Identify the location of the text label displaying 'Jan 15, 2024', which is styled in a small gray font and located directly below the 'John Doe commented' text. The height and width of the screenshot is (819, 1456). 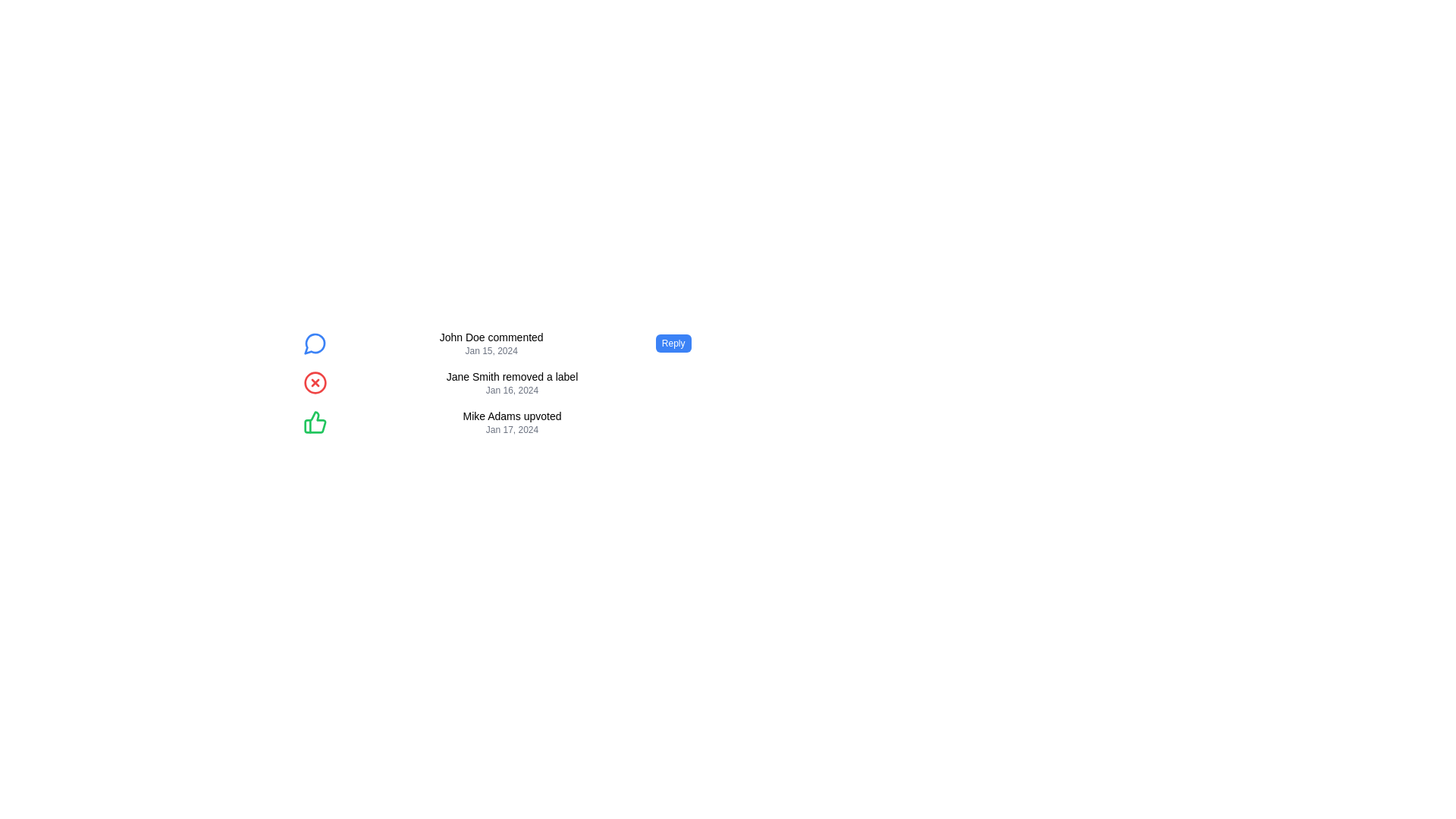
(491, 350).